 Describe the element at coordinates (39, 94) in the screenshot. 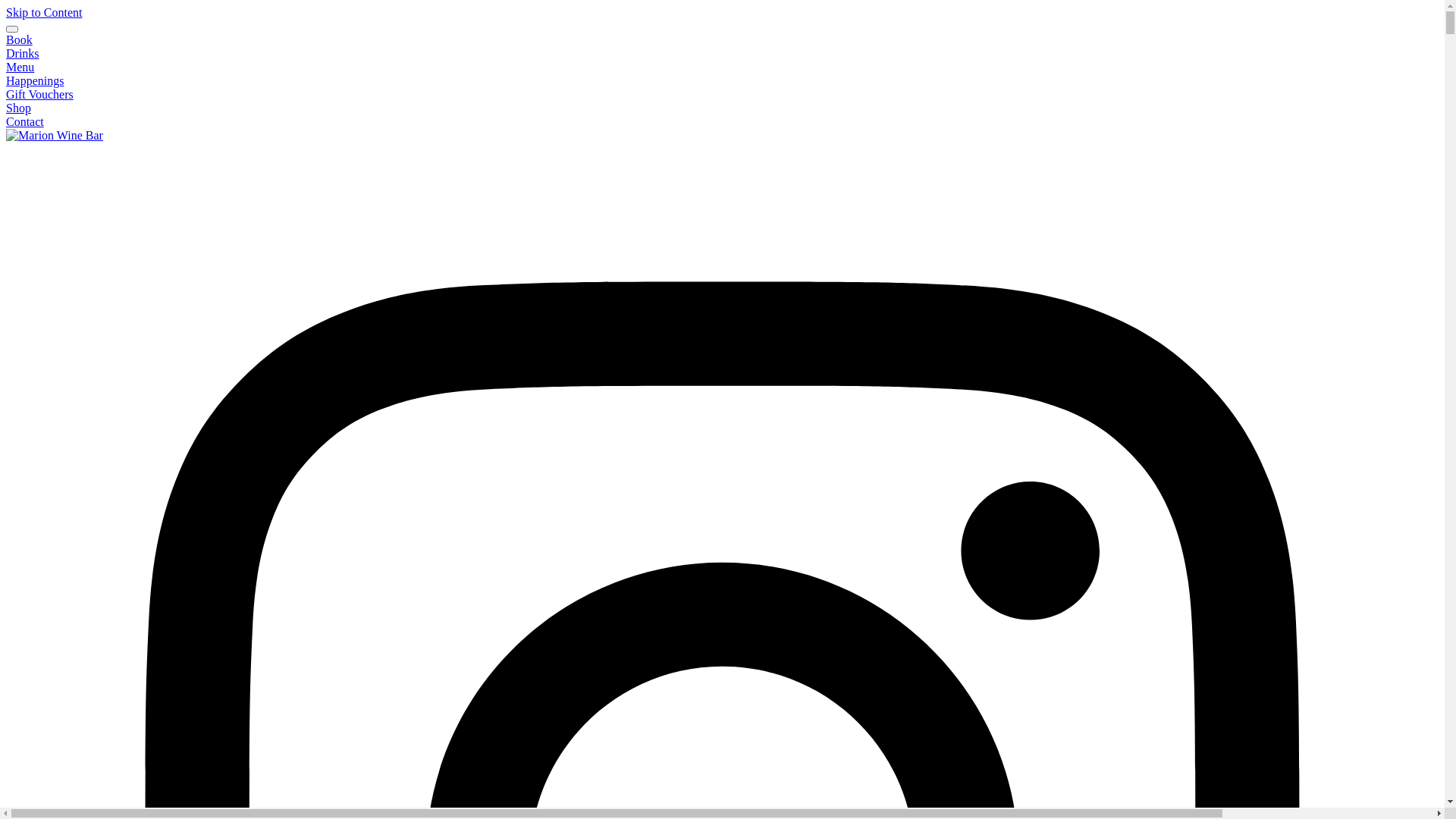

I see `'Gift Vouchers'` at that location.